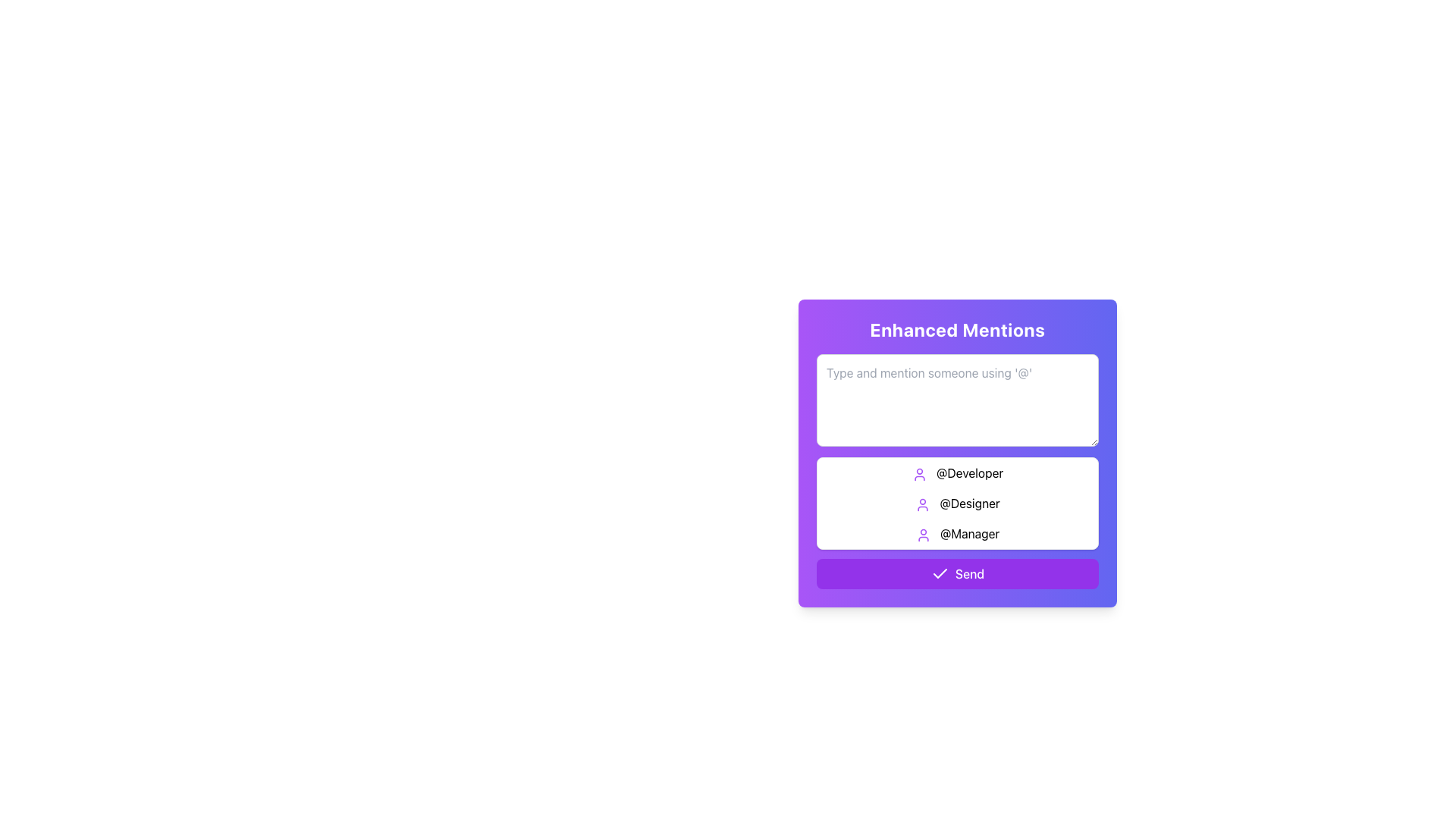 This screenshot has width=1456, height=819. Describe the element at coordinates (939, 573) in the screenshot. I see `the Checkmark icon located within the 'Send' button, which serves as a visual indicator for the Send action` at that location.